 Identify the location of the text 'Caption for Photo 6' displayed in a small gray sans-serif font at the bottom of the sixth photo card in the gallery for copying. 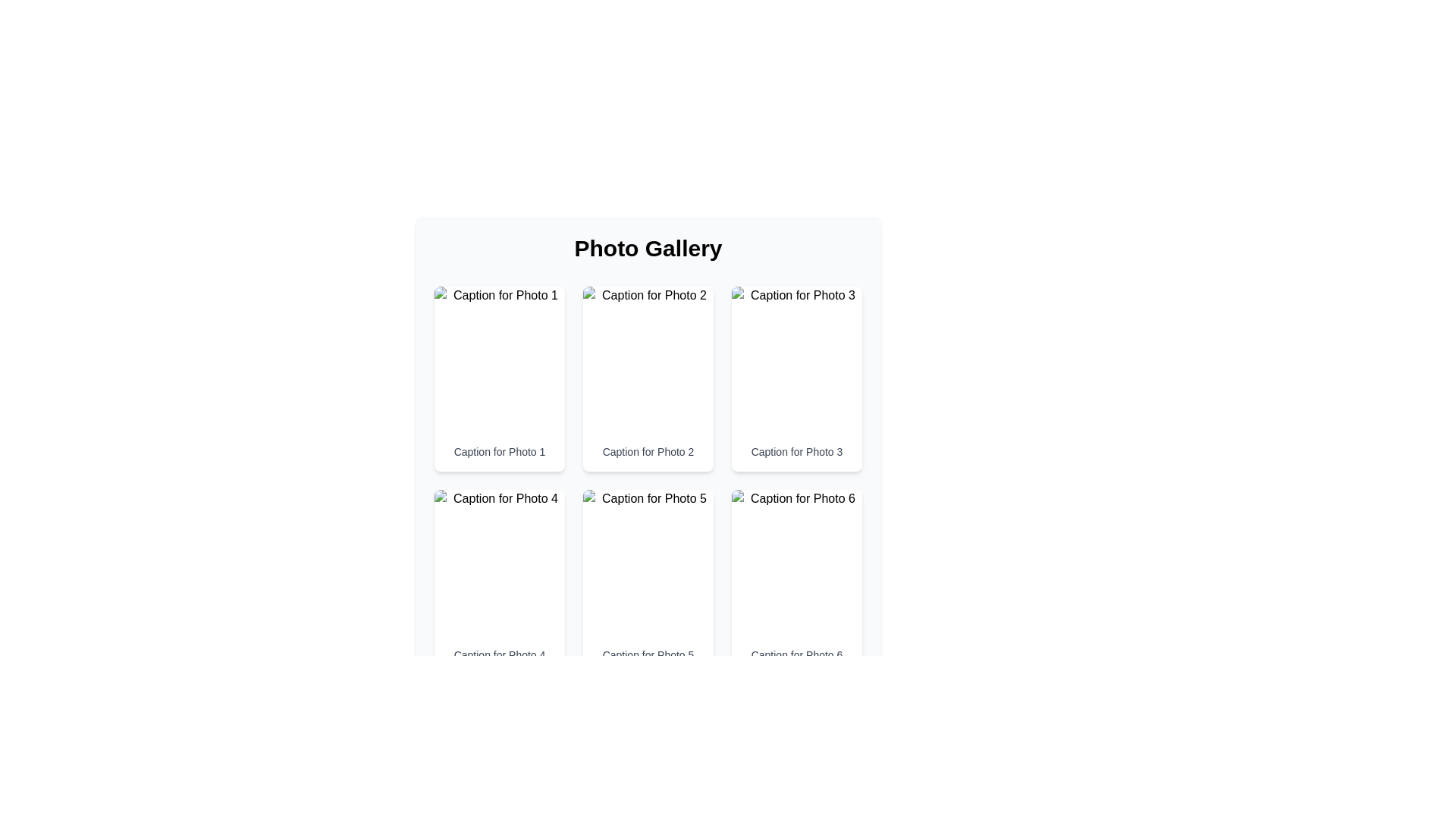
(796, 654).